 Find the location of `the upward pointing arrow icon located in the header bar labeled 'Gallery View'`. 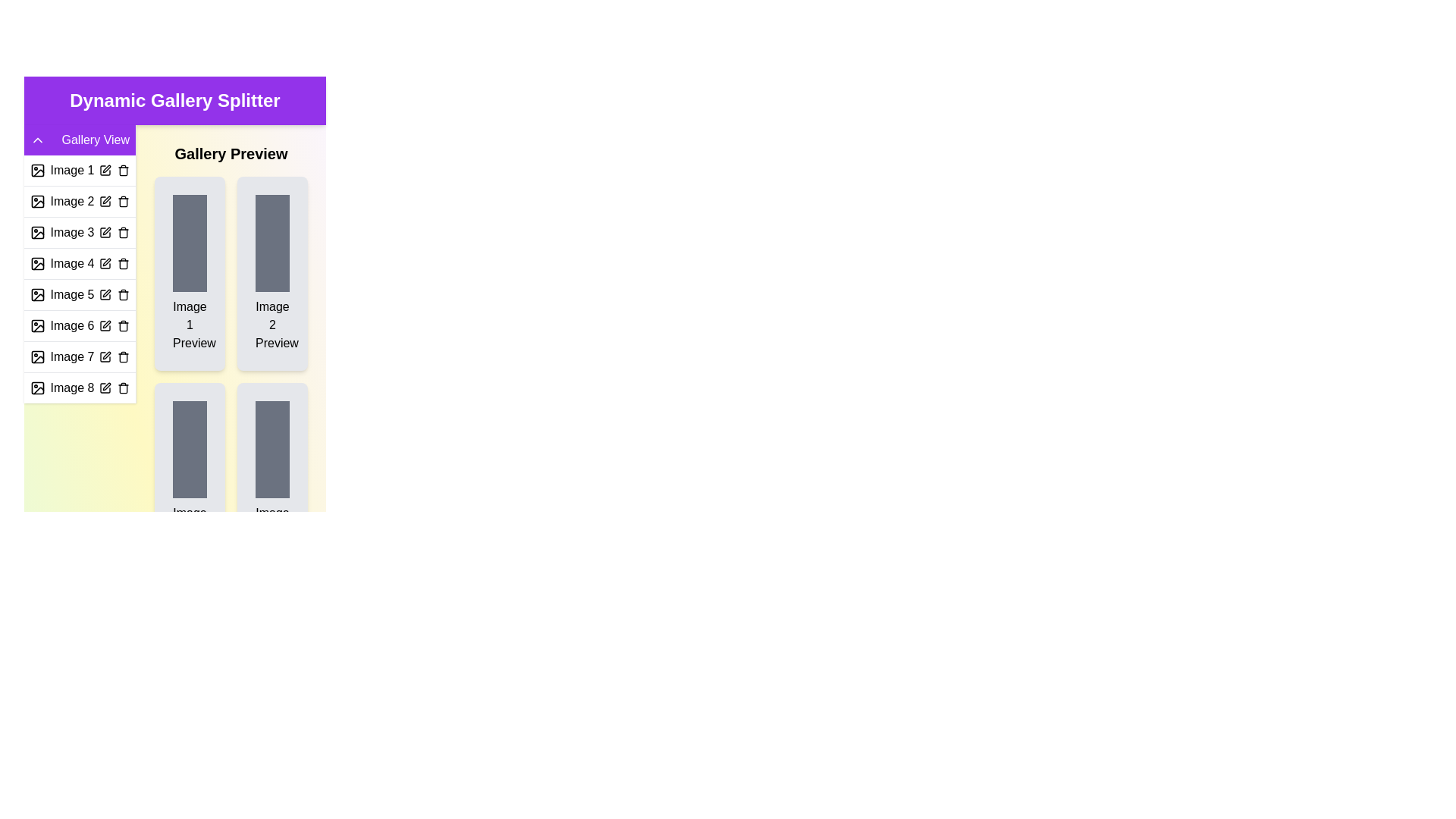

the upward pointing arrow icon located in the header bar labeled 'Gallery View' is located at coordinates (37, 140).